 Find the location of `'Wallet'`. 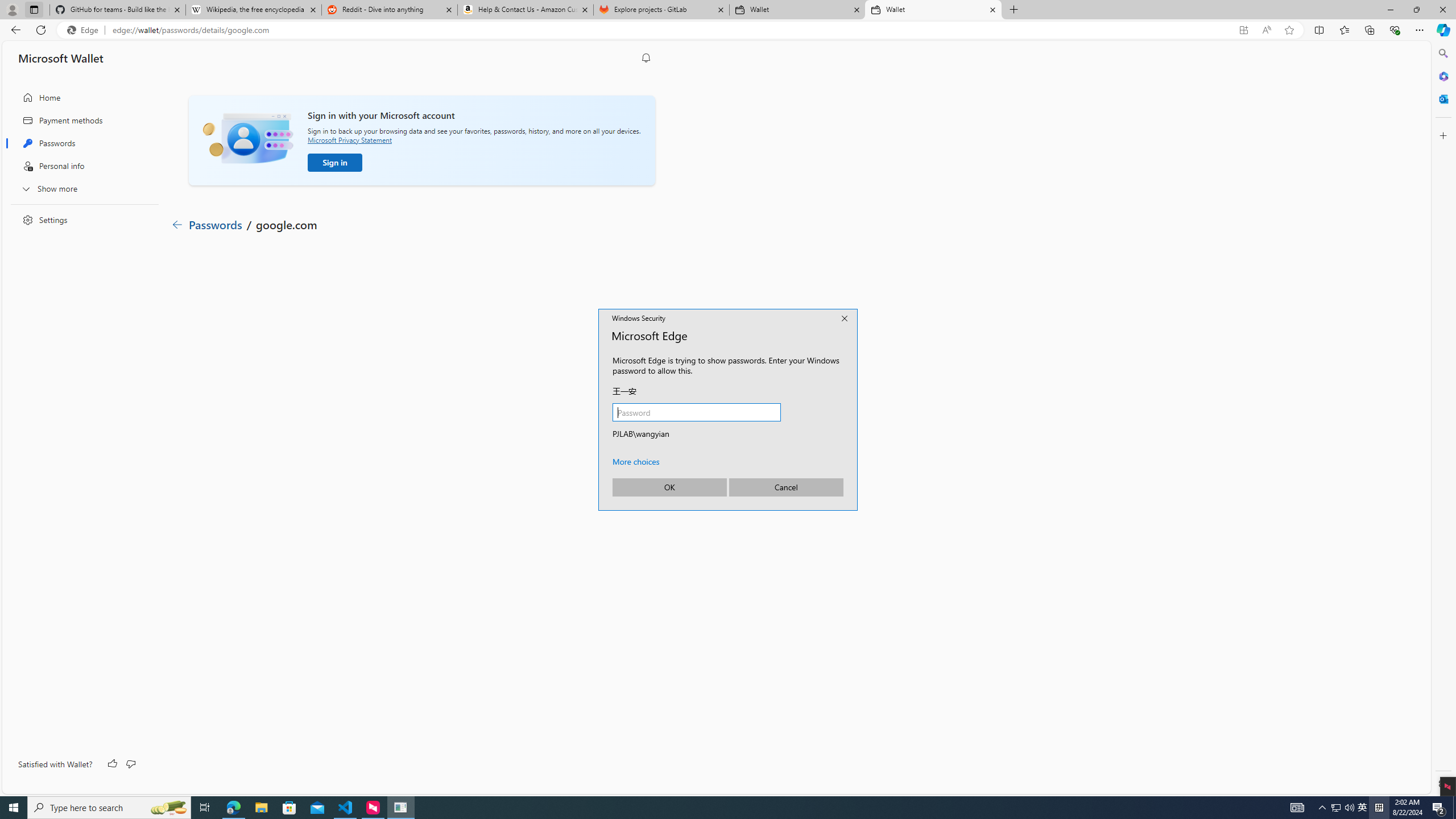

'Wallet' is located at coordinates (932, 9).